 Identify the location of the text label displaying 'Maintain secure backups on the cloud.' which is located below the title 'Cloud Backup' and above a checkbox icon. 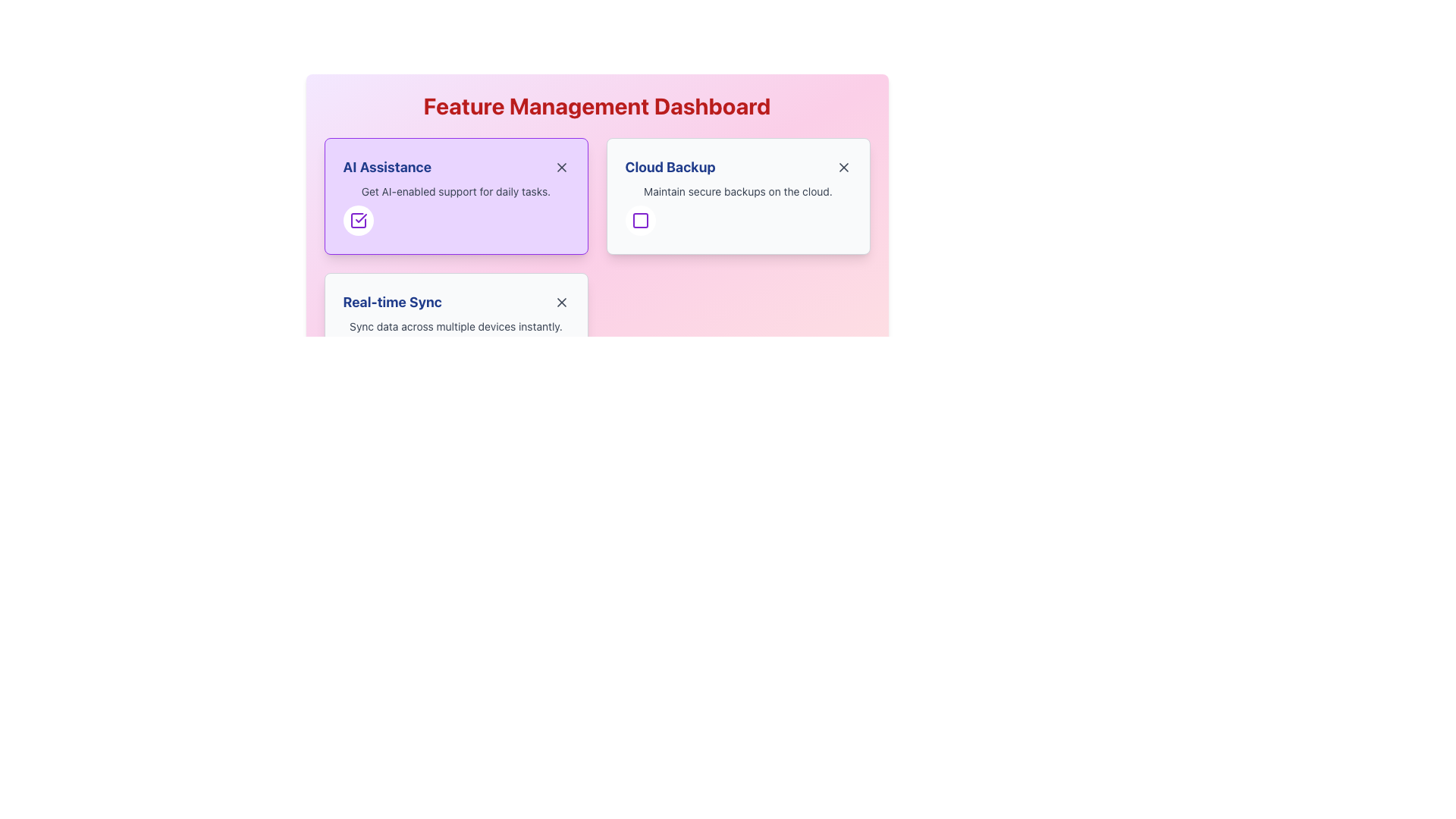
(738, 191).